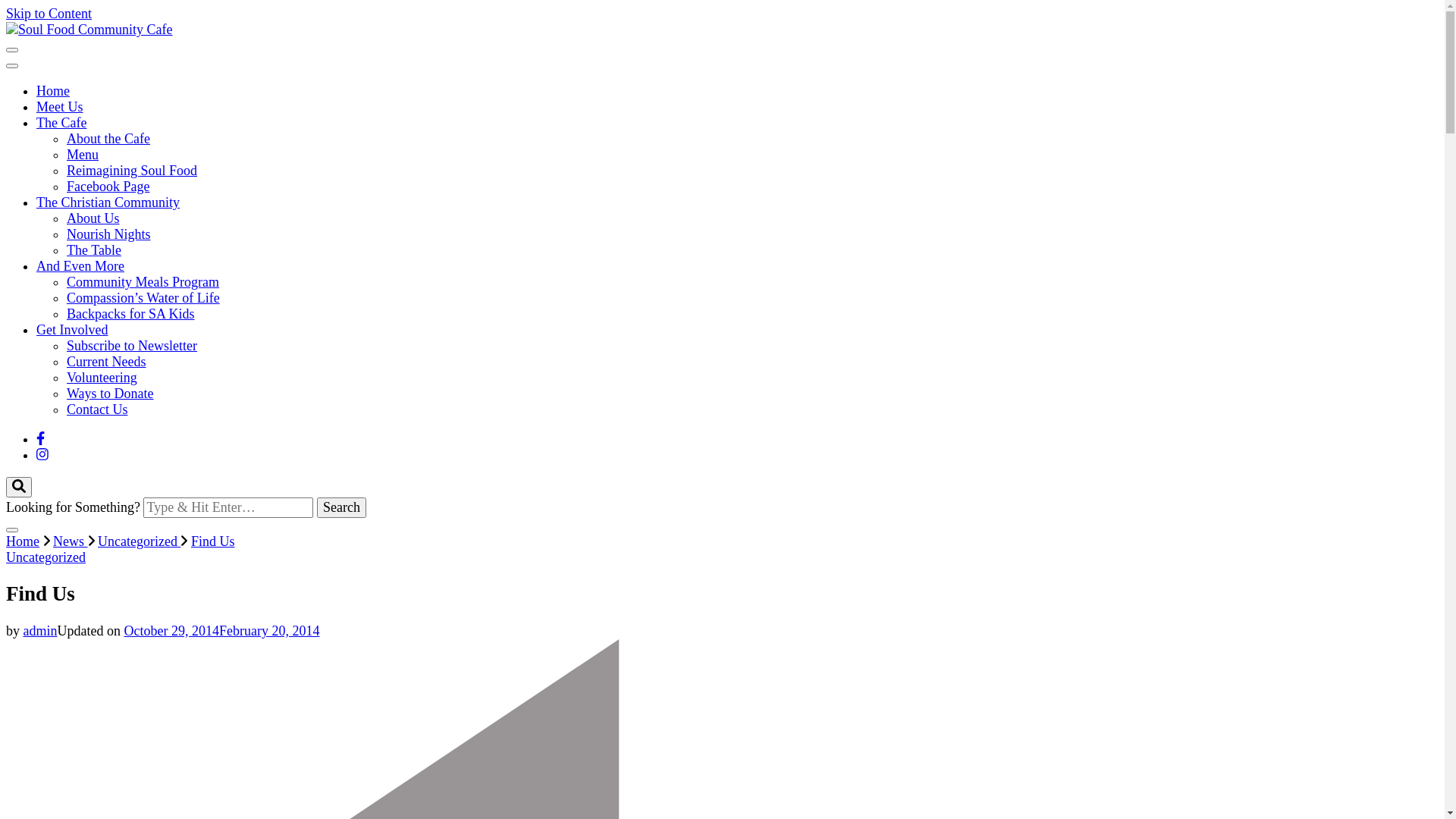 Image resolution: width=1456 pixels, height=819 pixels. What do you see at coordinates (143, 281) in the screenshot?
I see `'Community Meals Program'` at bounding box center [143, 281].